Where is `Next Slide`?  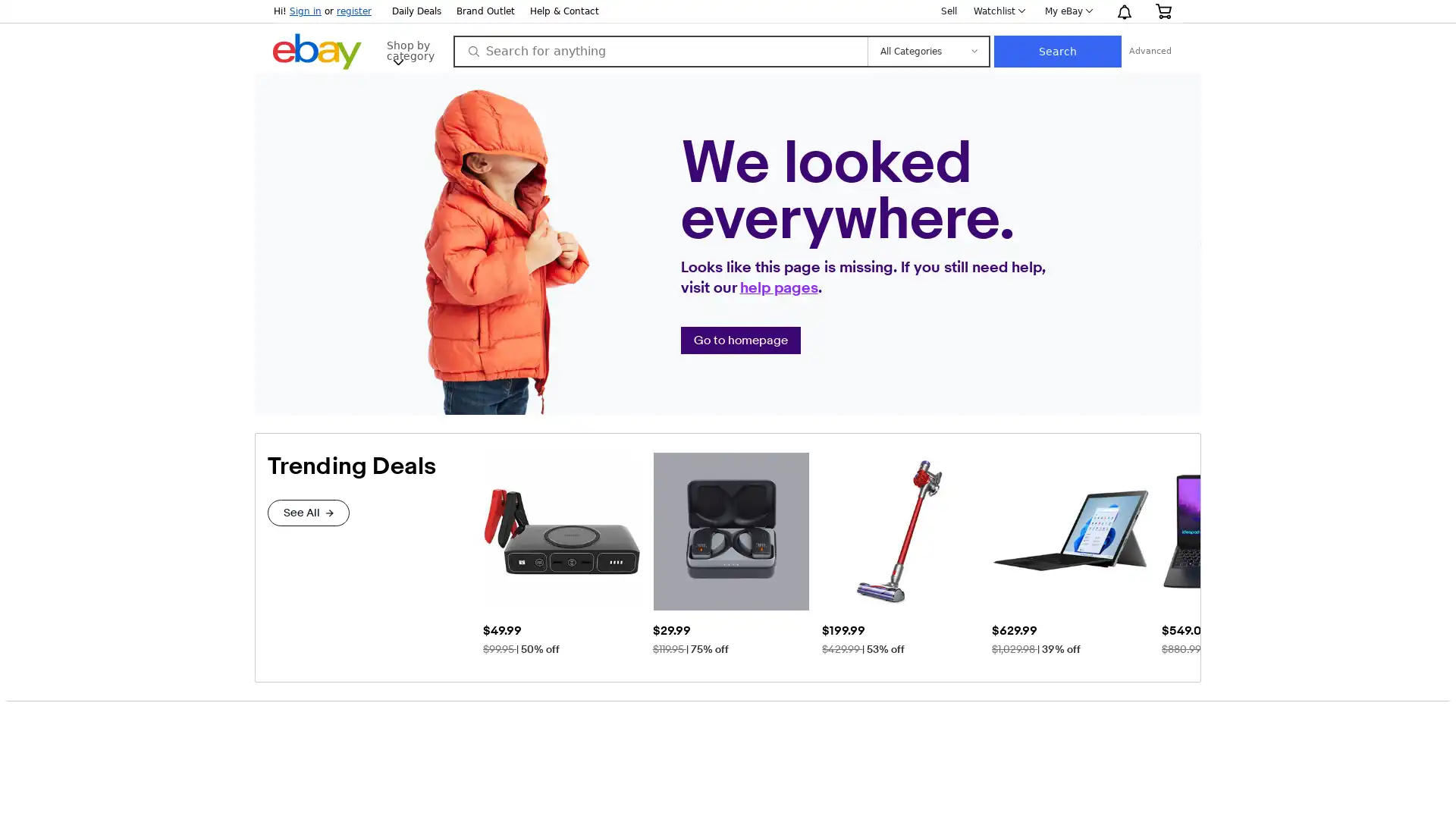
Next Slide is located at coordinates (1187, 553).